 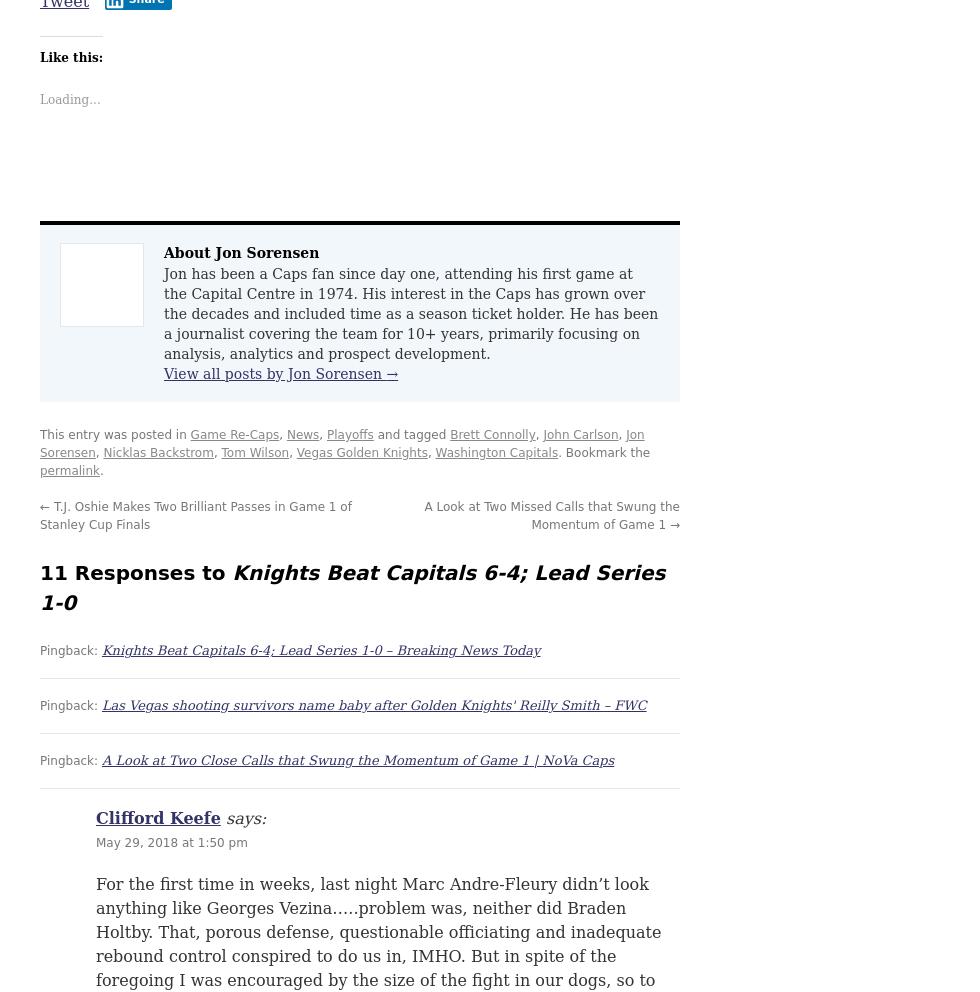 I want to click on 'About Jon Sorensen', so click(x=163, y=251).